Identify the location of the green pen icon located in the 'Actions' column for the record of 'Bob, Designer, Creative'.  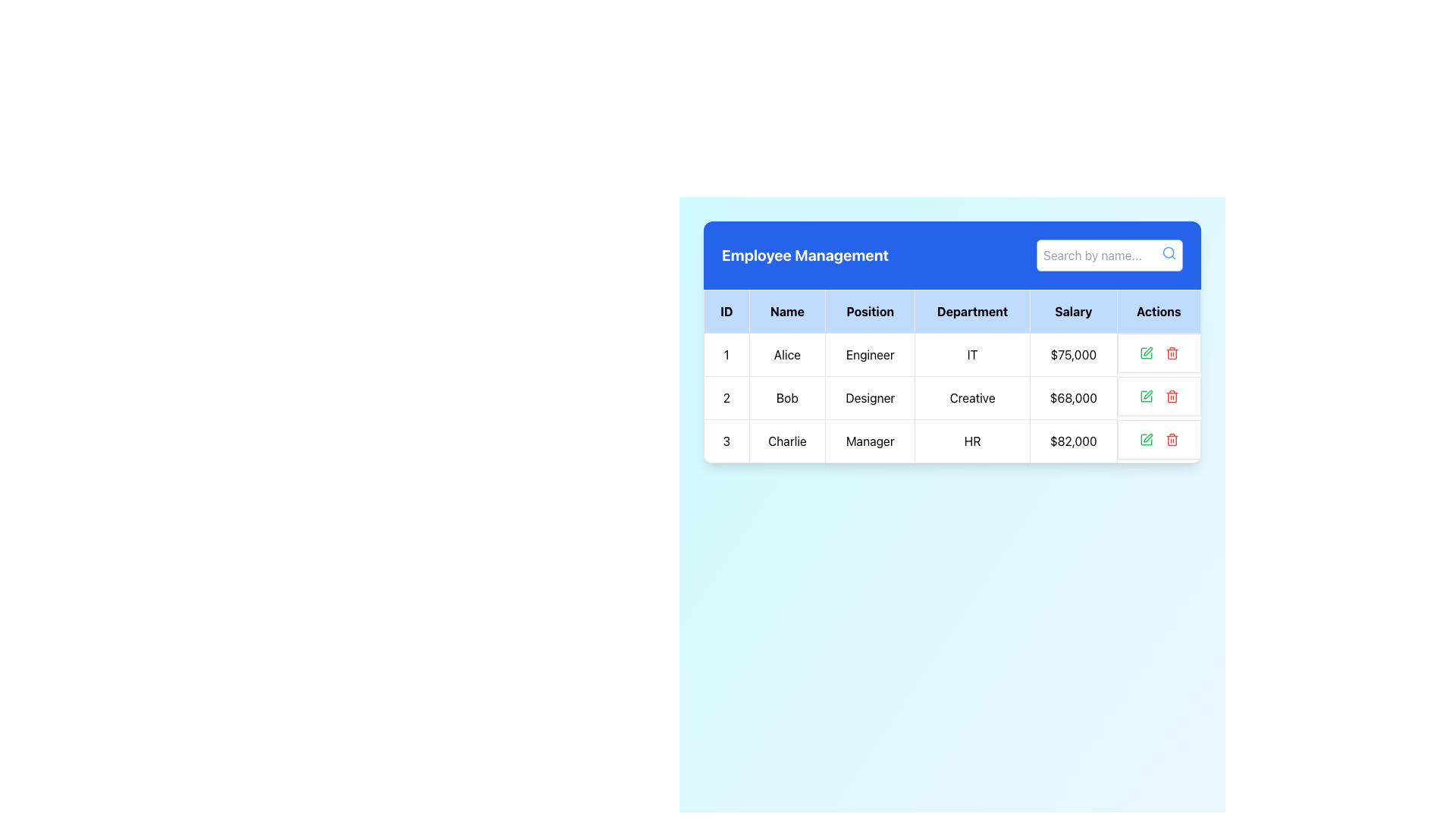
(1147, 351).